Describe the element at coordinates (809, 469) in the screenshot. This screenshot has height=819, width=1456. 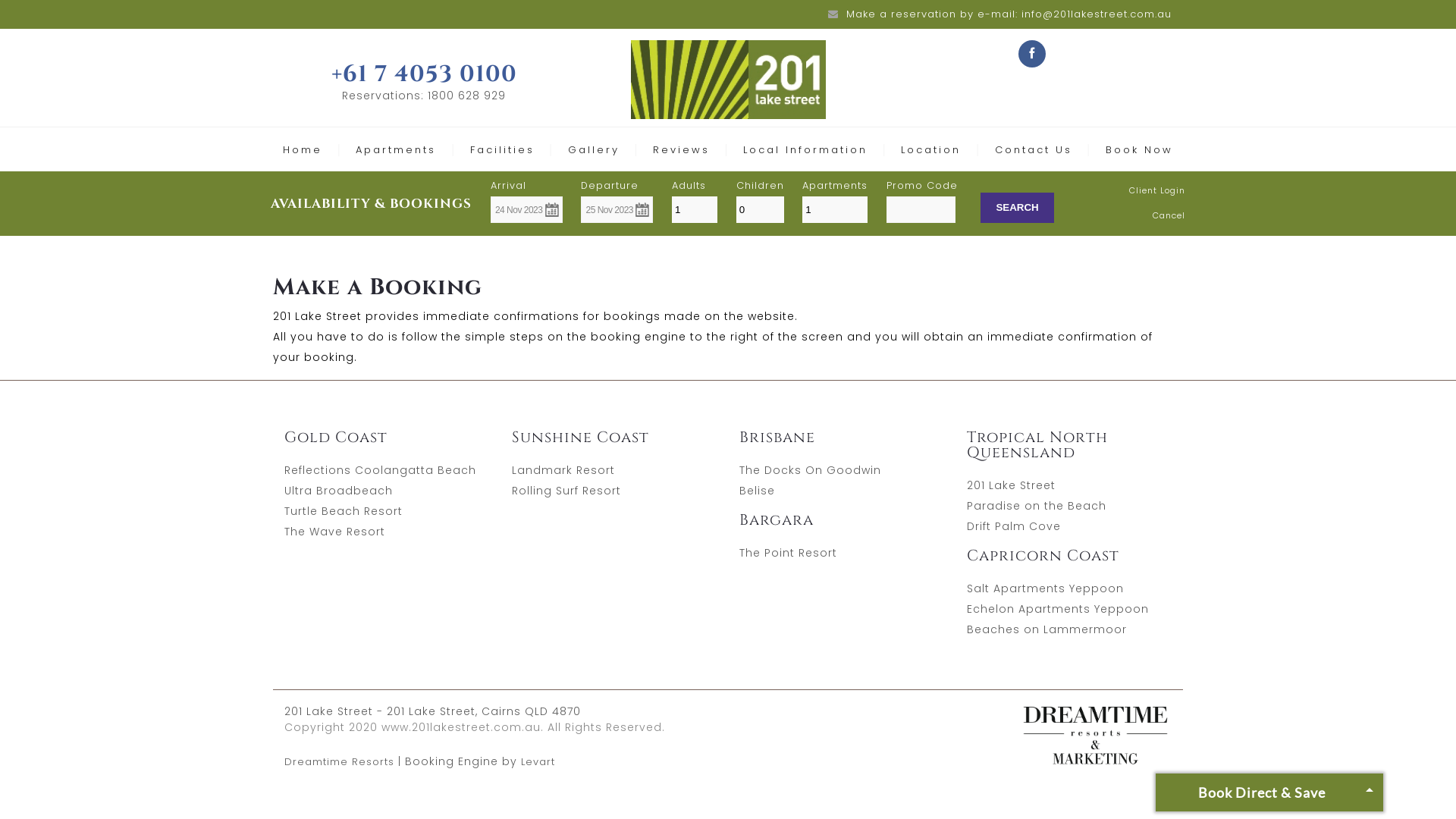
I see `'The Docks On Goodwin'` at that location.